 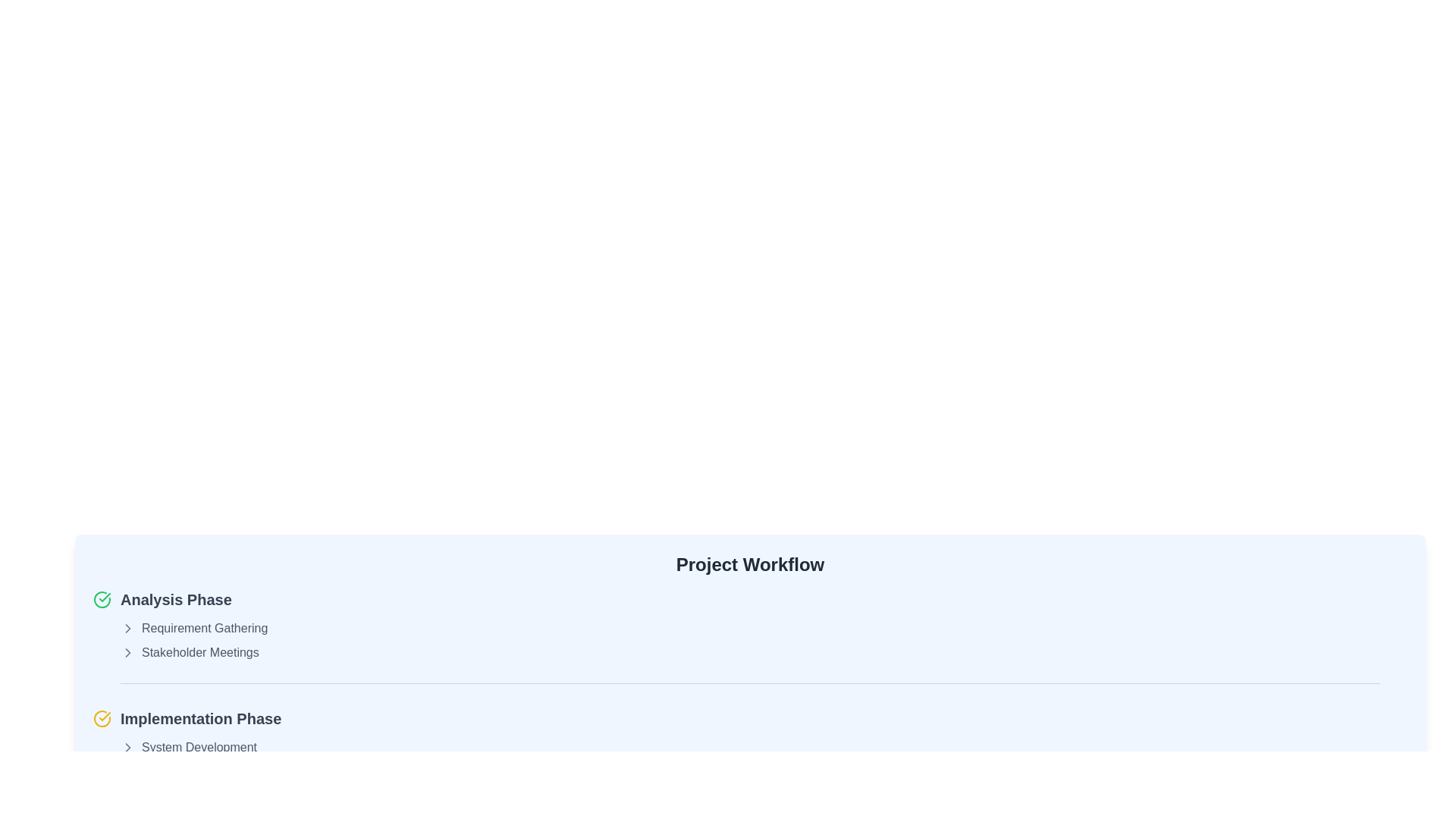 I want to click on the Chevron-Right icon located to the left of the 'Requirement Gathering' text label under the 'Analysis Phase' section, so click(x=127, y=629).